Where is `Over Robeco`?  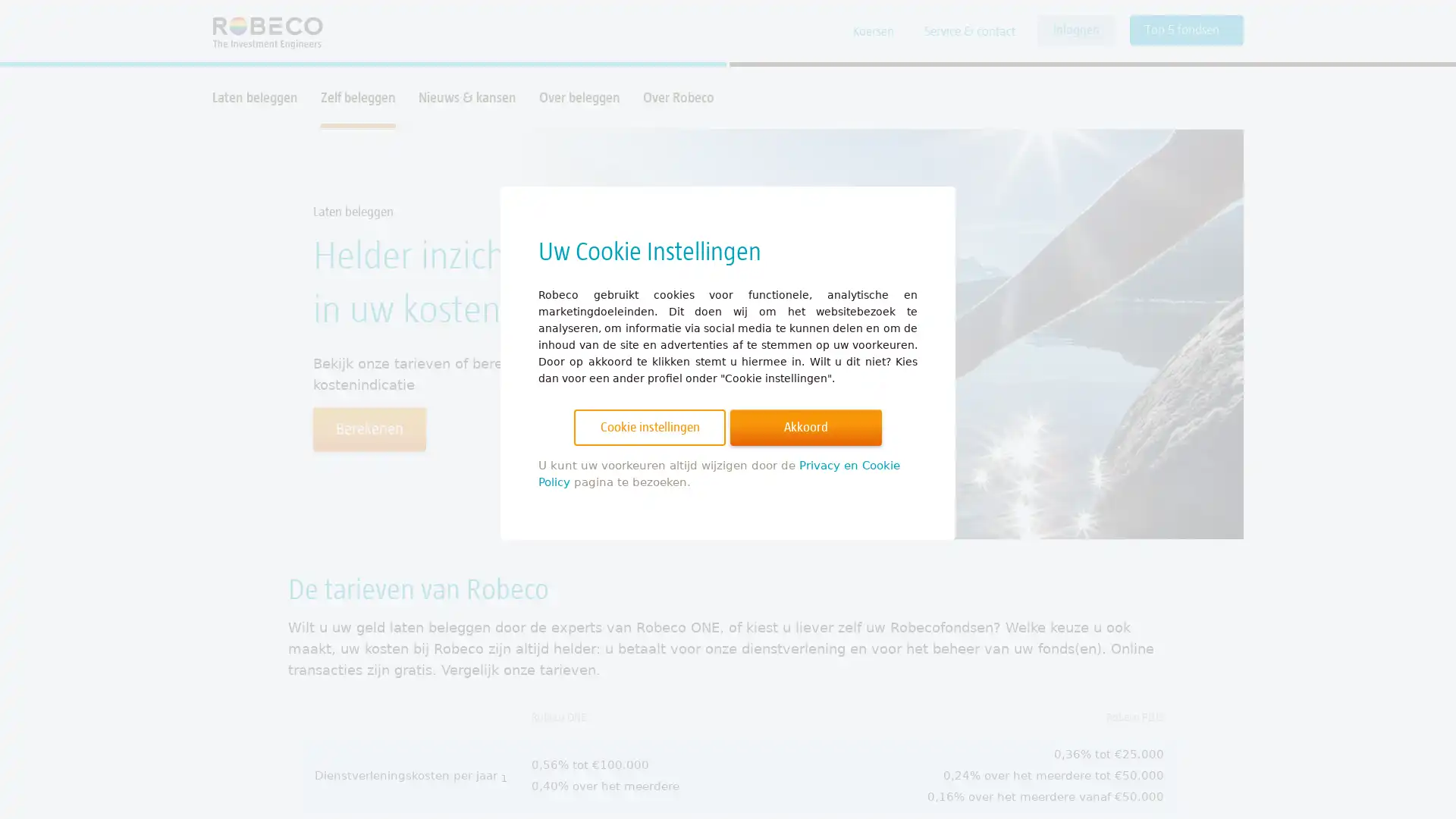 Over Robeco is located at coordinates (677, 97).